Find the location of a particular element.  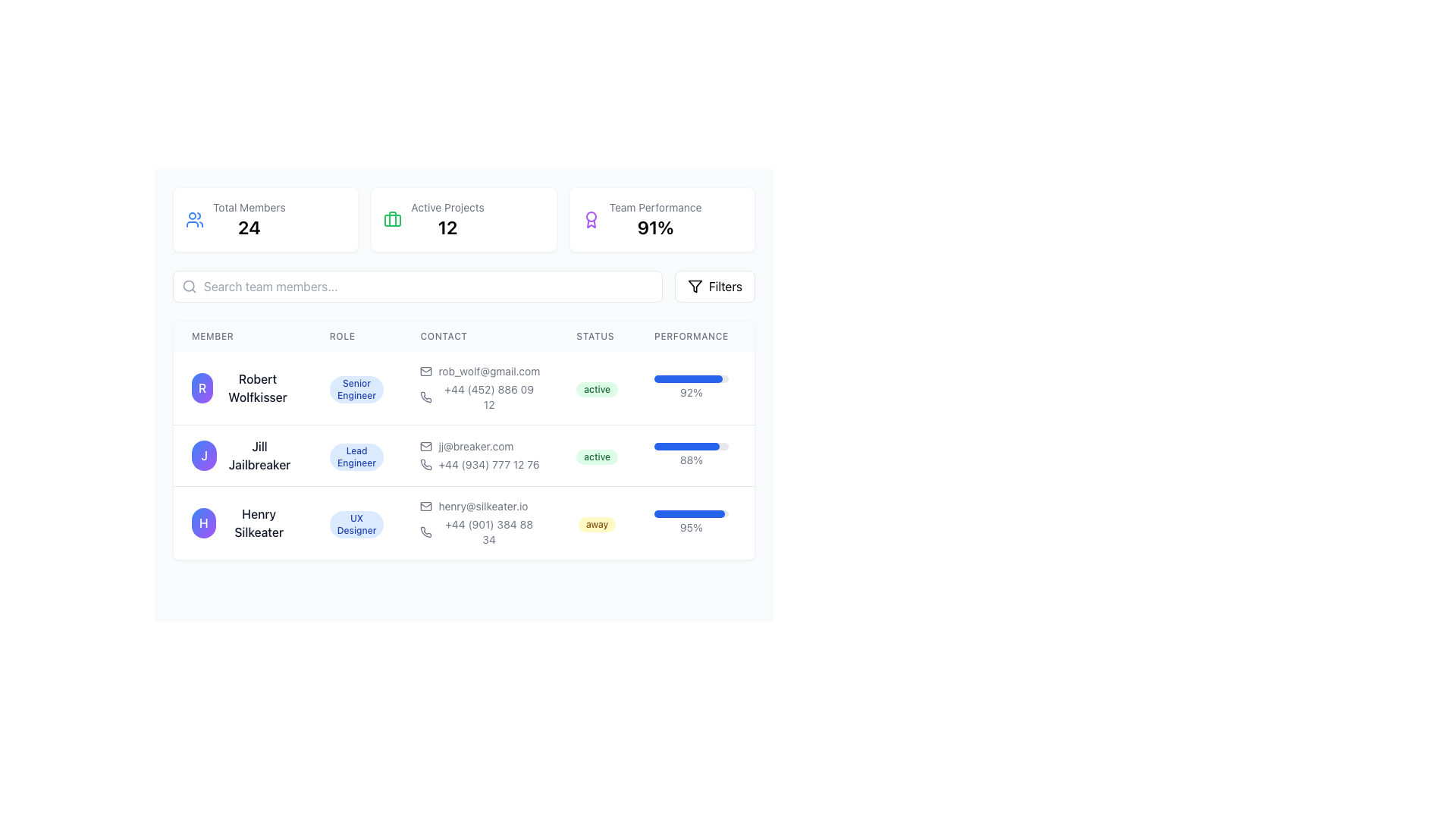

the second row of the team member List Item is located at coordinates (500, 455).